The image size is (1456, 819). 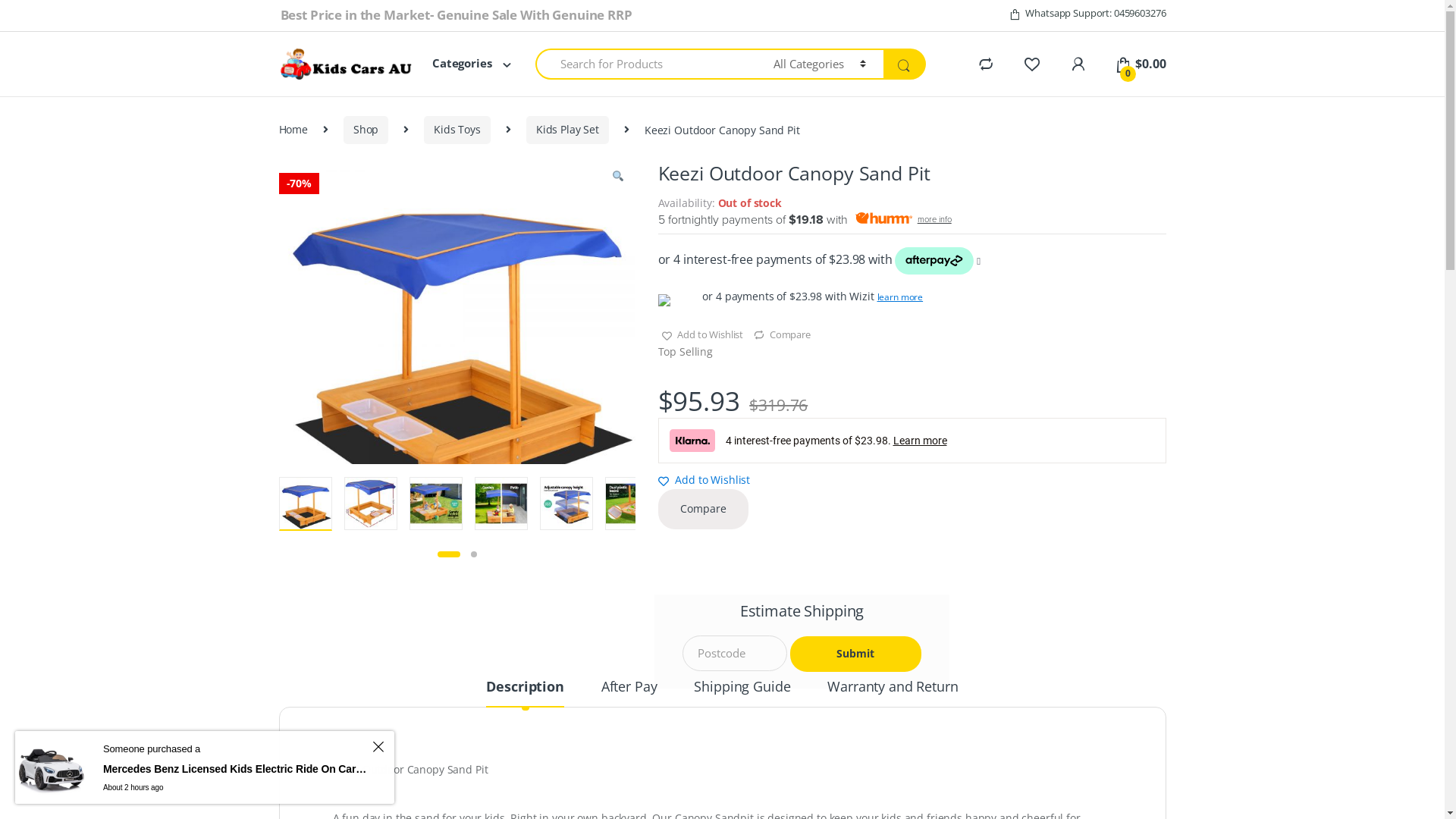 I want to click on 'Best Price in the Market- Genuine Sale With Genuine RRP', so click(x=455, y=14).